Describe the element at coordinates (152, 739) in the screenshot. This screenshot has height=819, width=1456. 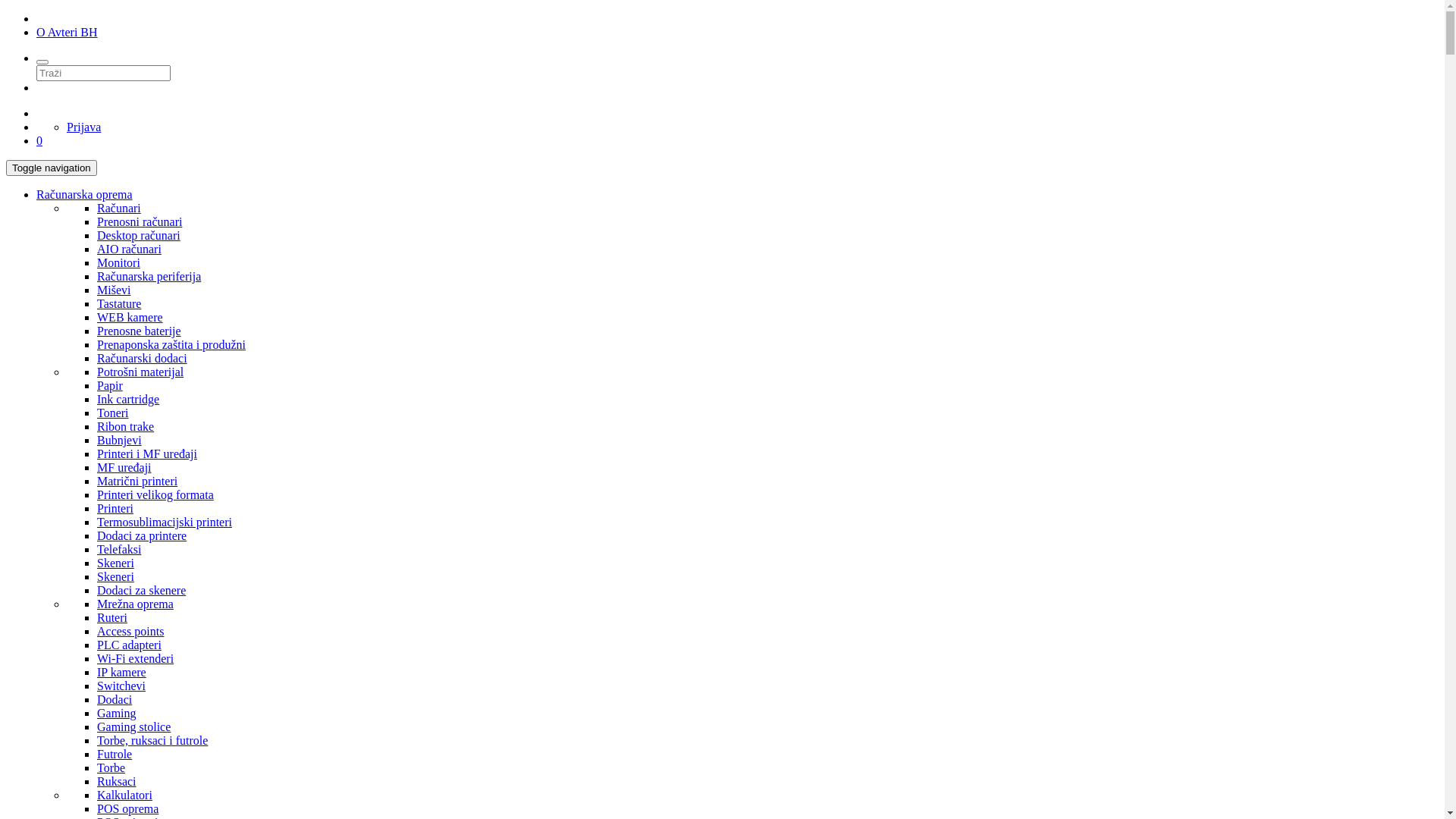
I see `'Torbe, ruksaci i futrole'` at that location.